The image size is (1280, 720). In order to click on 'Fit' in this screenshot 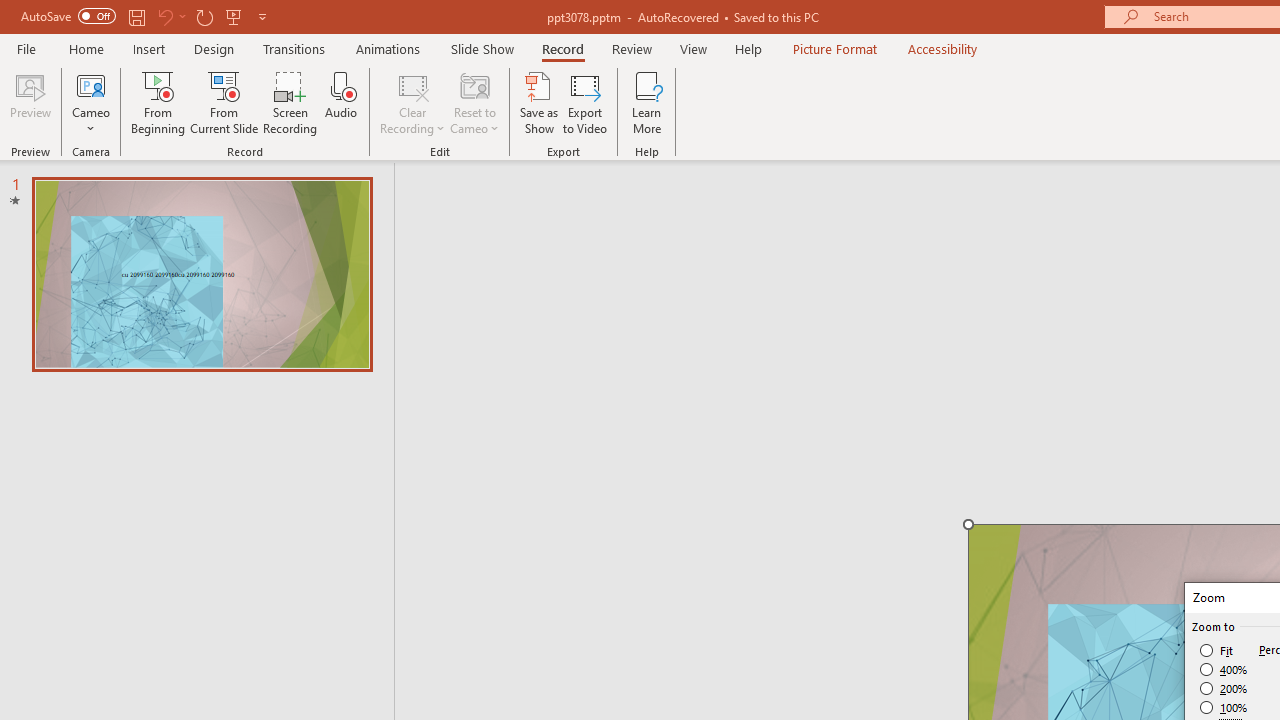, I will do `click(1216, 650)`.